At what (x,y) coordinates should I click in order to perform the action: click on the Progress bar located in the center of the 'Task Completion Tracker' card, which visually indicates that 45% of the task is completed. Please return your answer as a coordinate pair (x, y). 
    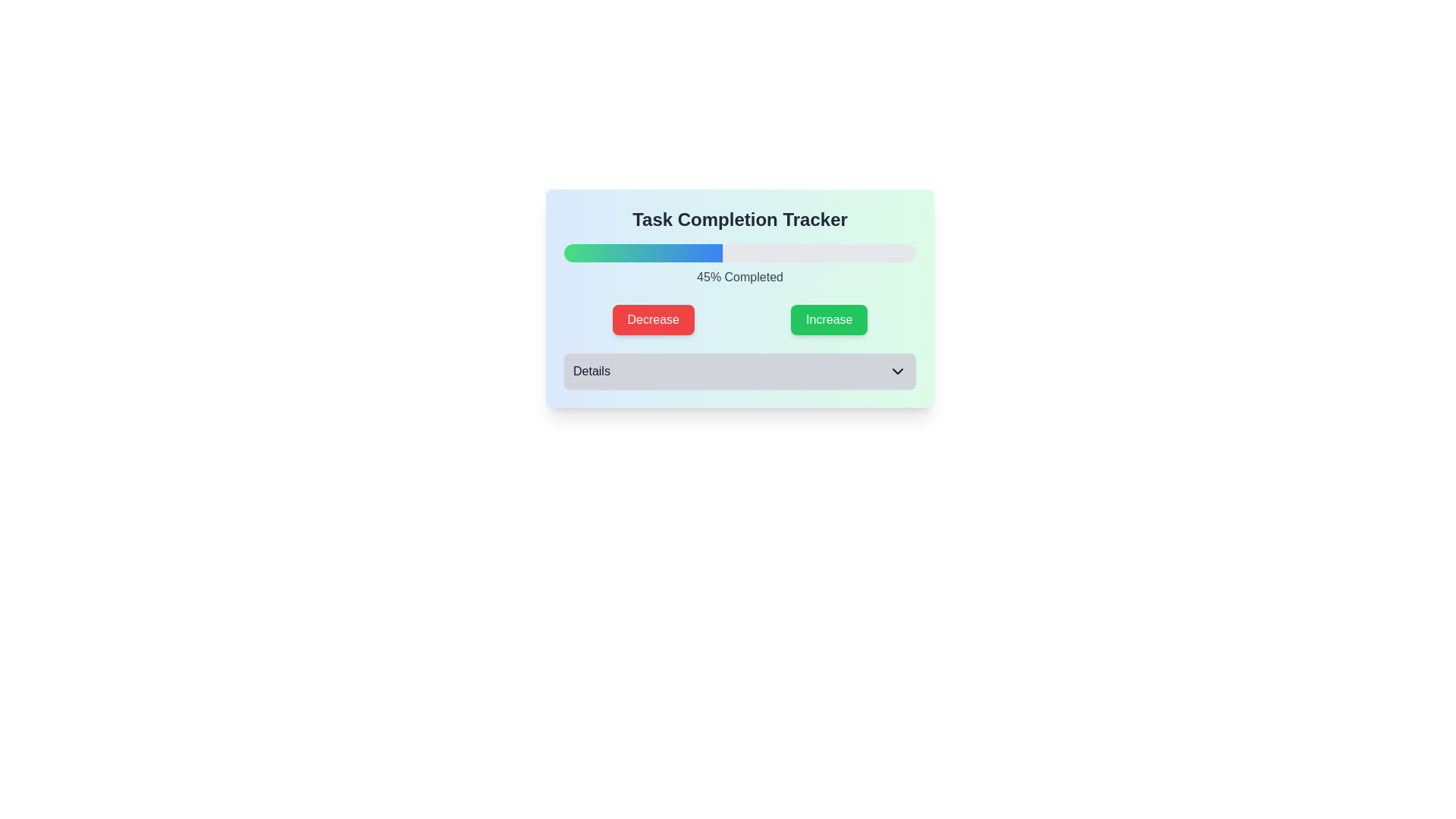
    Looking at the image, I should click on (739, 253).